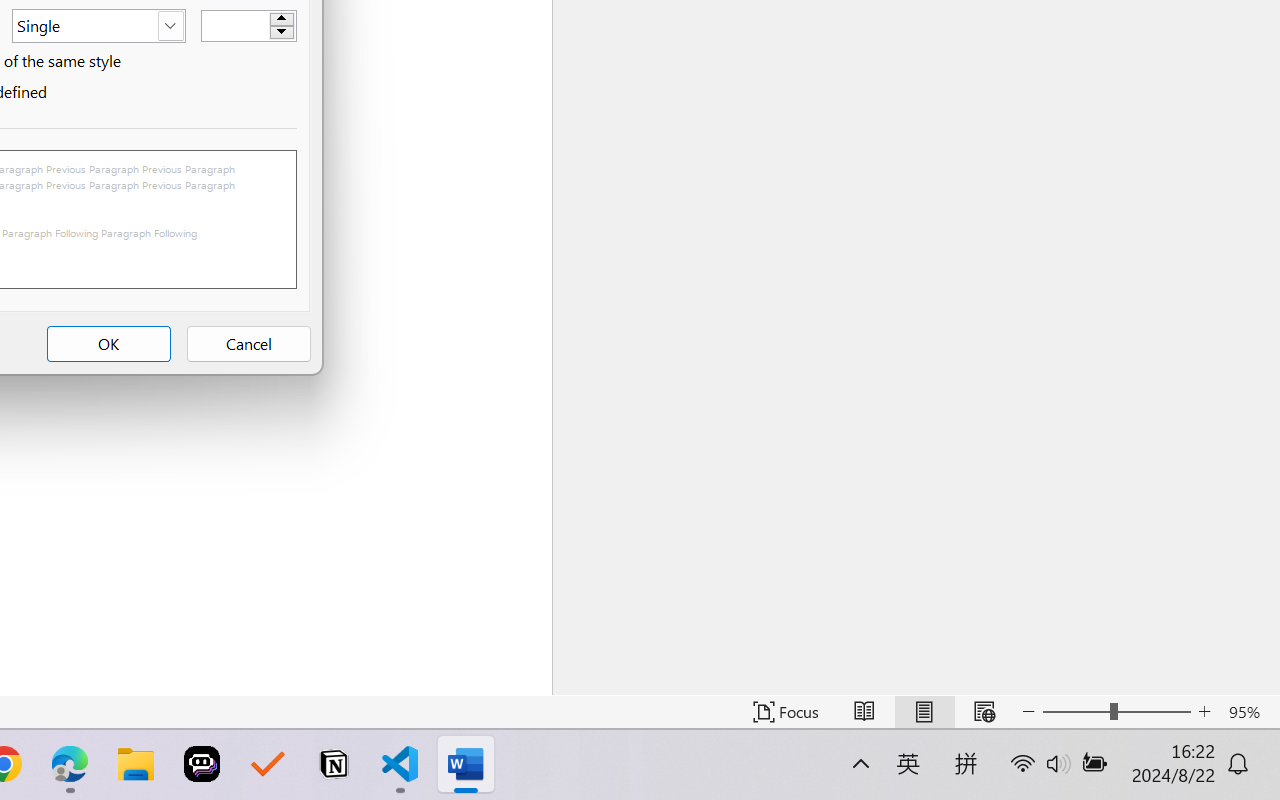 This screenshot has width=1280, height=800. What do you see at coordinates (107, 344) in the screenshot?
I see `'OK'` at bounding box center [107, 344].